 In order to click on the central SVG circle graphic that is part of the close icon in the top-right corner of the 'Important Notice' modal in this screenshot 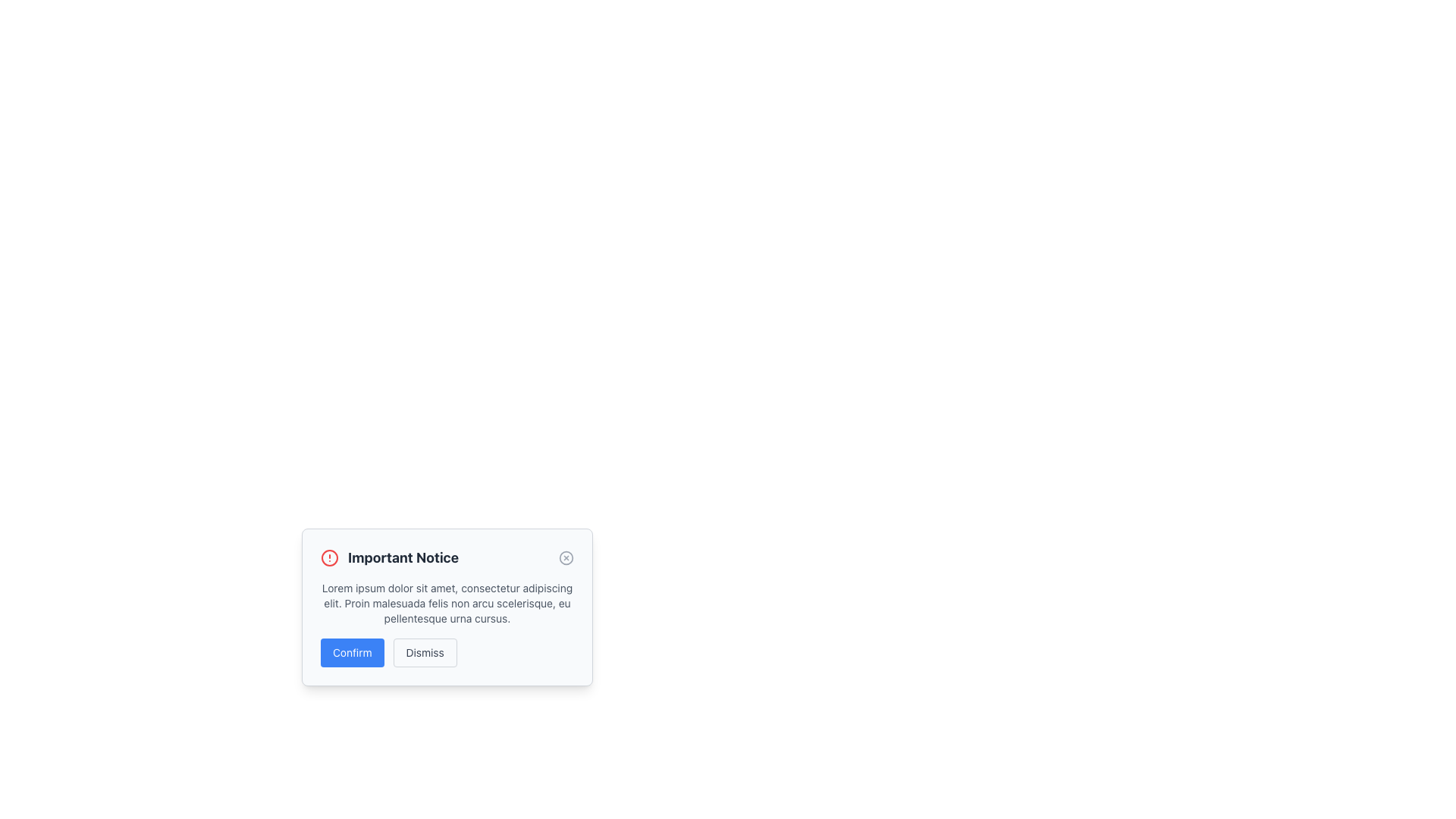, I will do `click(566, 558)`.